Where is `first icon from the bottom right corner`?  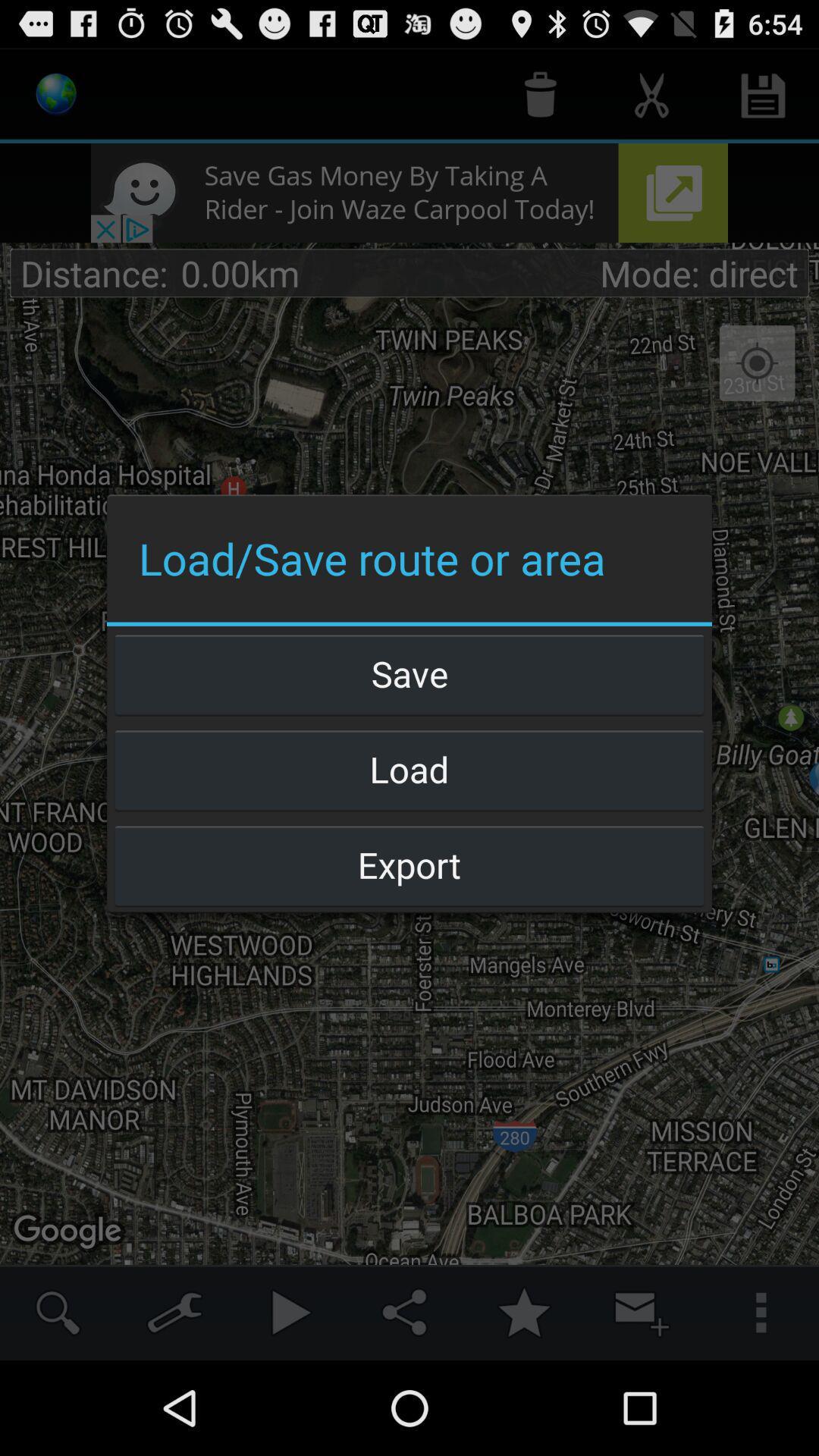
first icon from the bottom right corner is located at coordinates (760, 1312).